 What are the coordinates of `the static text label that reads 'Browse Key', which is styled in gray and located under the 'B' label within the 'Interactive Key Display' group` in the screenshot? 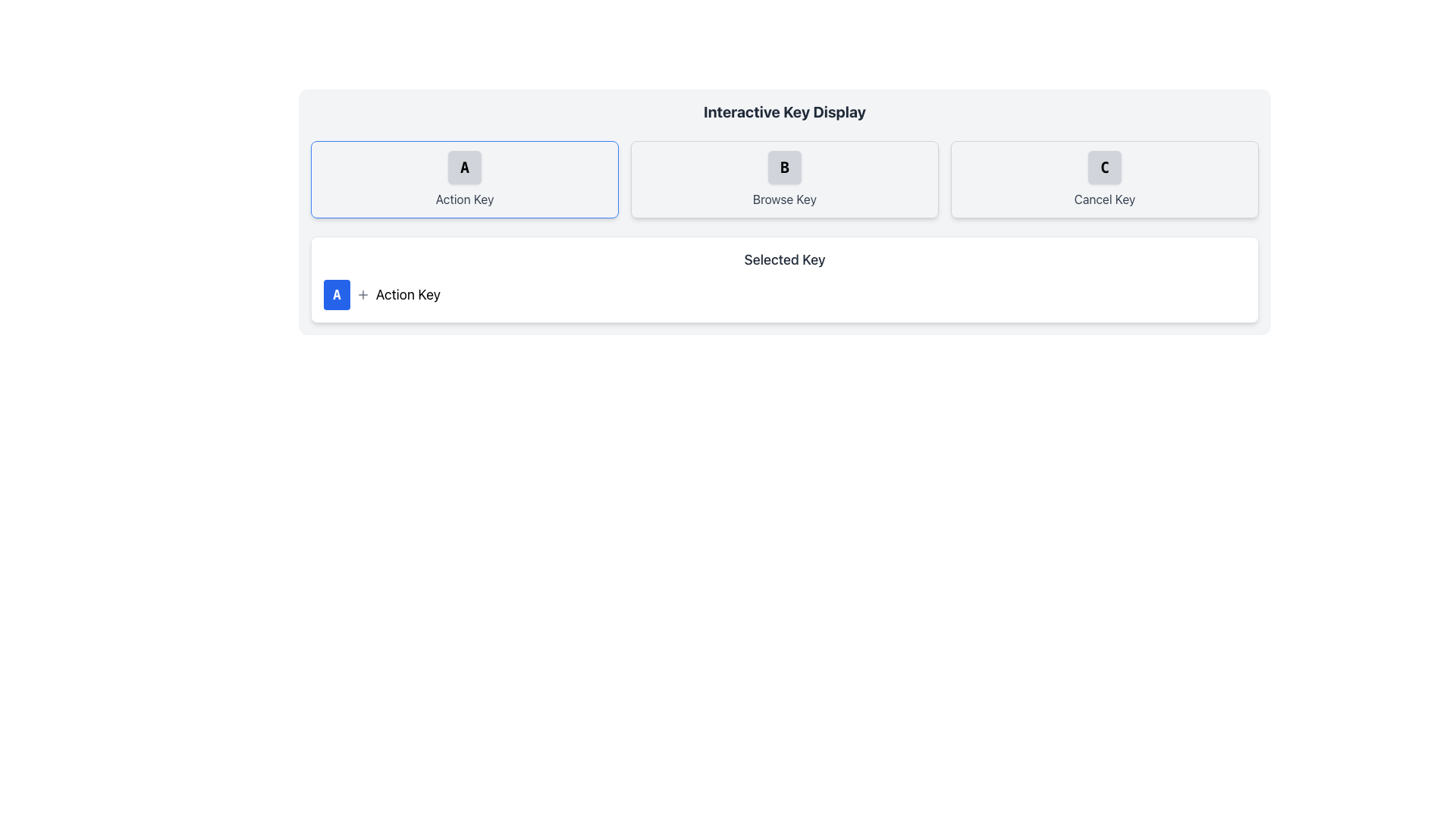 It's located at (785, 198).